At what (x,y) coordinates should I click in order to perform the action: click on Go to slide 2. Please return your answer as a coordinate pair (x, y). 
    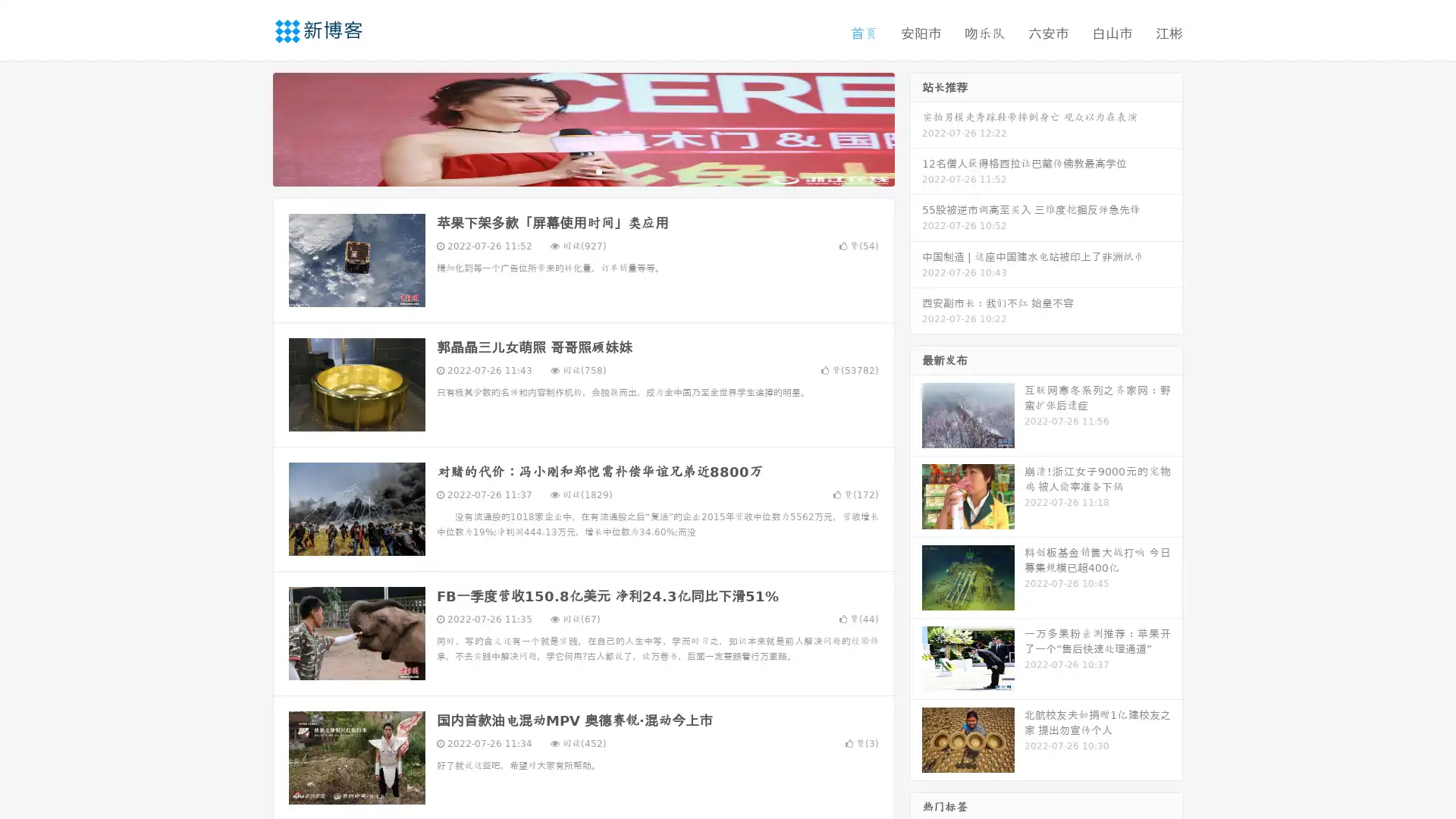
    Looking at the image, I should click on (582, 171).